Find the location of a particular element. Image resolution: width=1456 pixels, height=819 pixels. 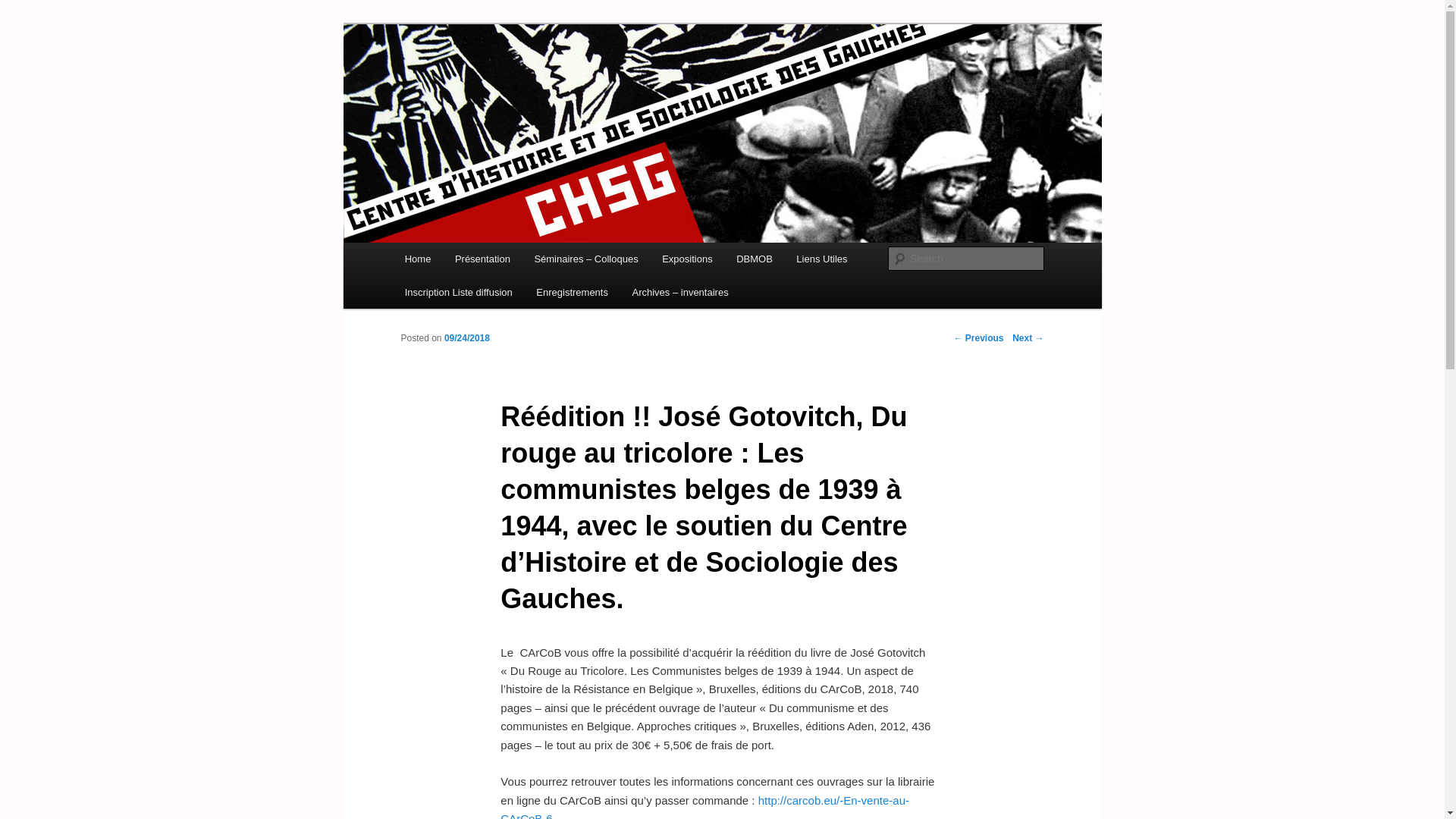

'Skip to primary content' is located at coordinates (400, 260).